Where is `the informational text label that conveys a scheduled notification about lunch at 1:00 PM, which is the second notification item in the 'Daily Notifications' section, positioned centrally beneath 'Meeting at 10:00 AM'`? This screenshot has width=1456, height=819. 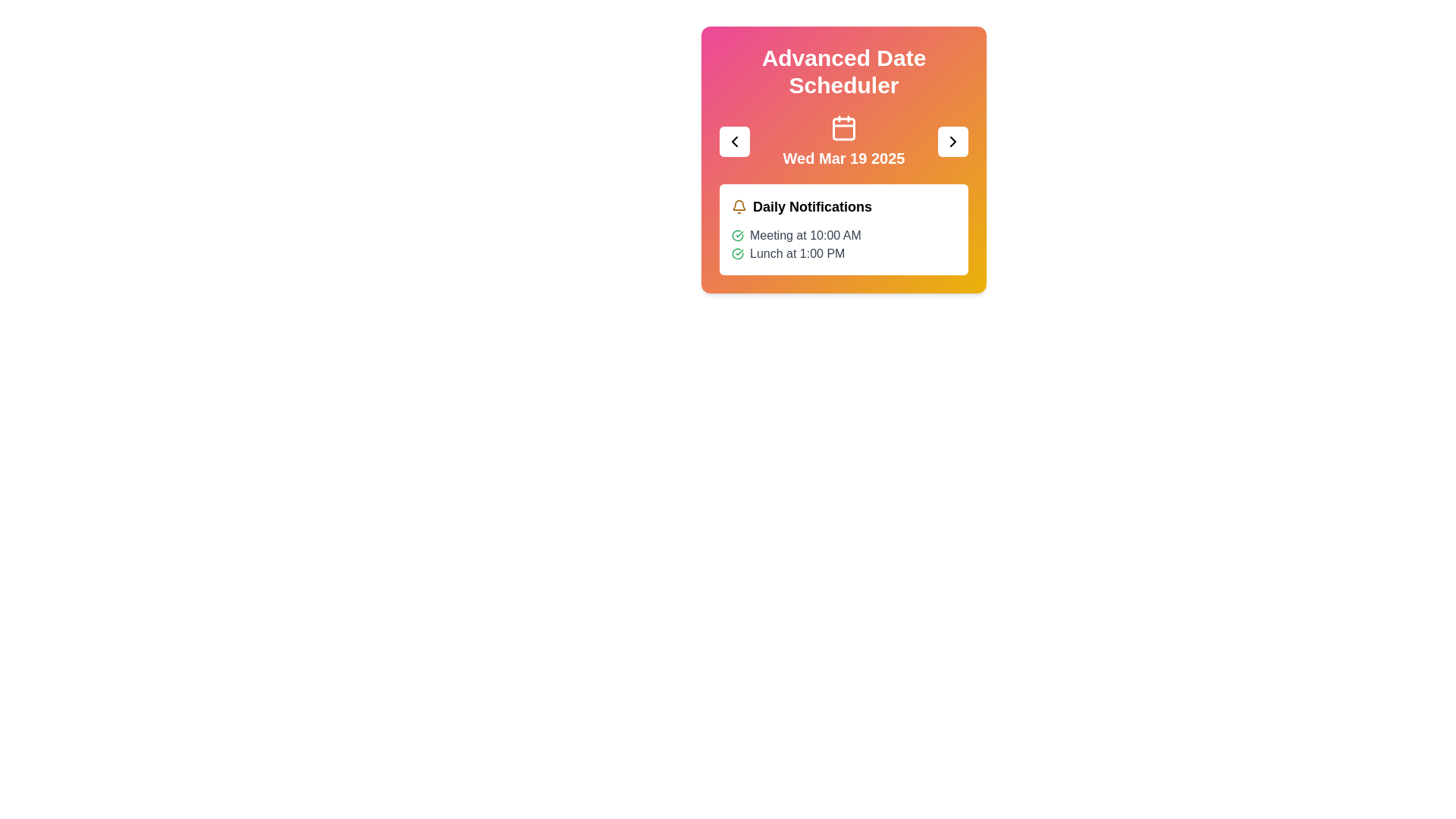 the informational text label that conveys a scheduled notification about lunch at 1:00 PM, which is the second notification item in the 'Daily Notifications' section, positioned centrally beneath 'Meeting at 10:00 AM' is located at coordinates (796, 253).